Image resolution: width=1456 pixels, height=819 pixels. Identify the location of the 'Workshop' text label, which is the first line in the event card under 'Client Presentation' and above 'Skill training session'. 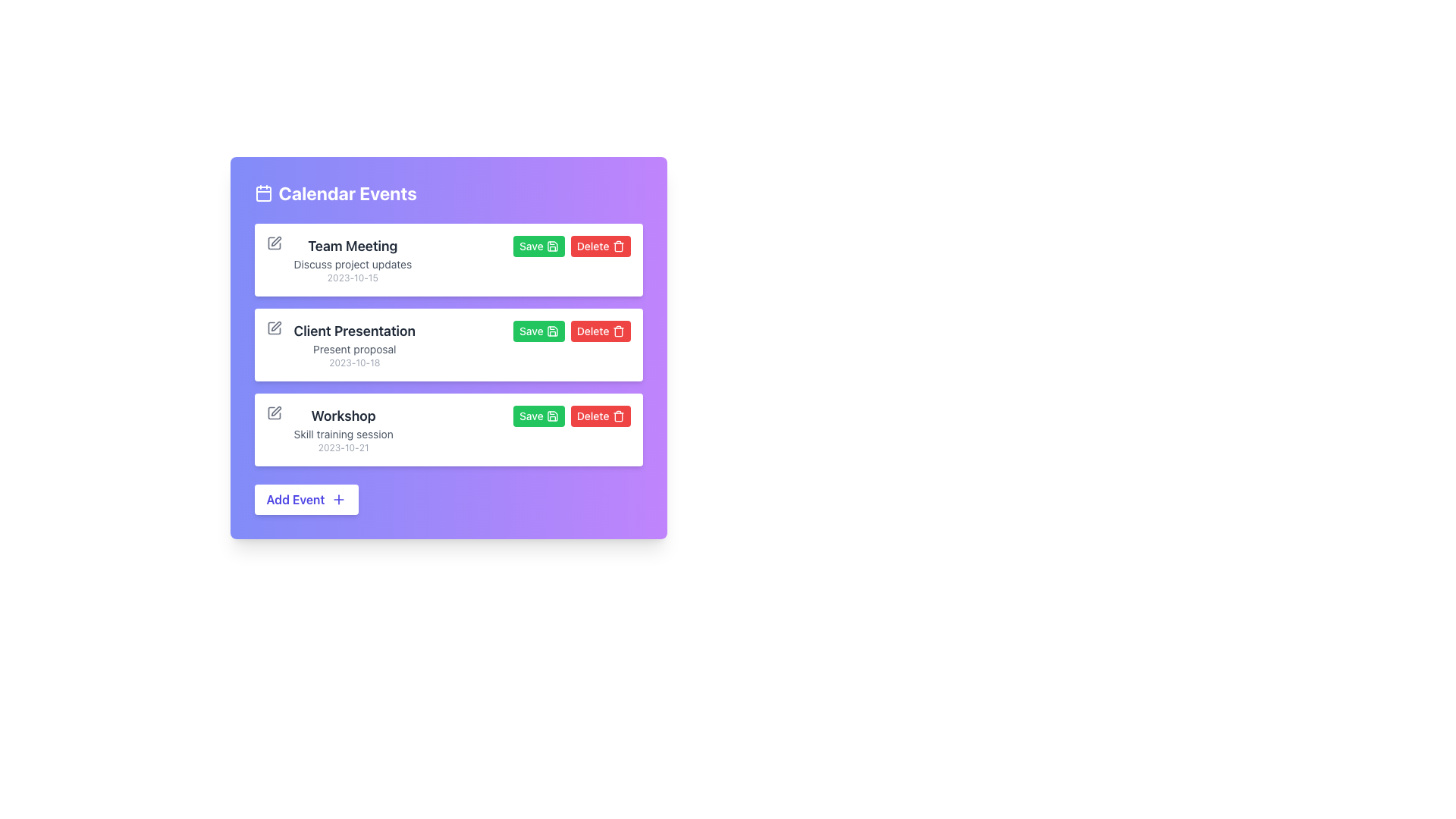
(343, 416).